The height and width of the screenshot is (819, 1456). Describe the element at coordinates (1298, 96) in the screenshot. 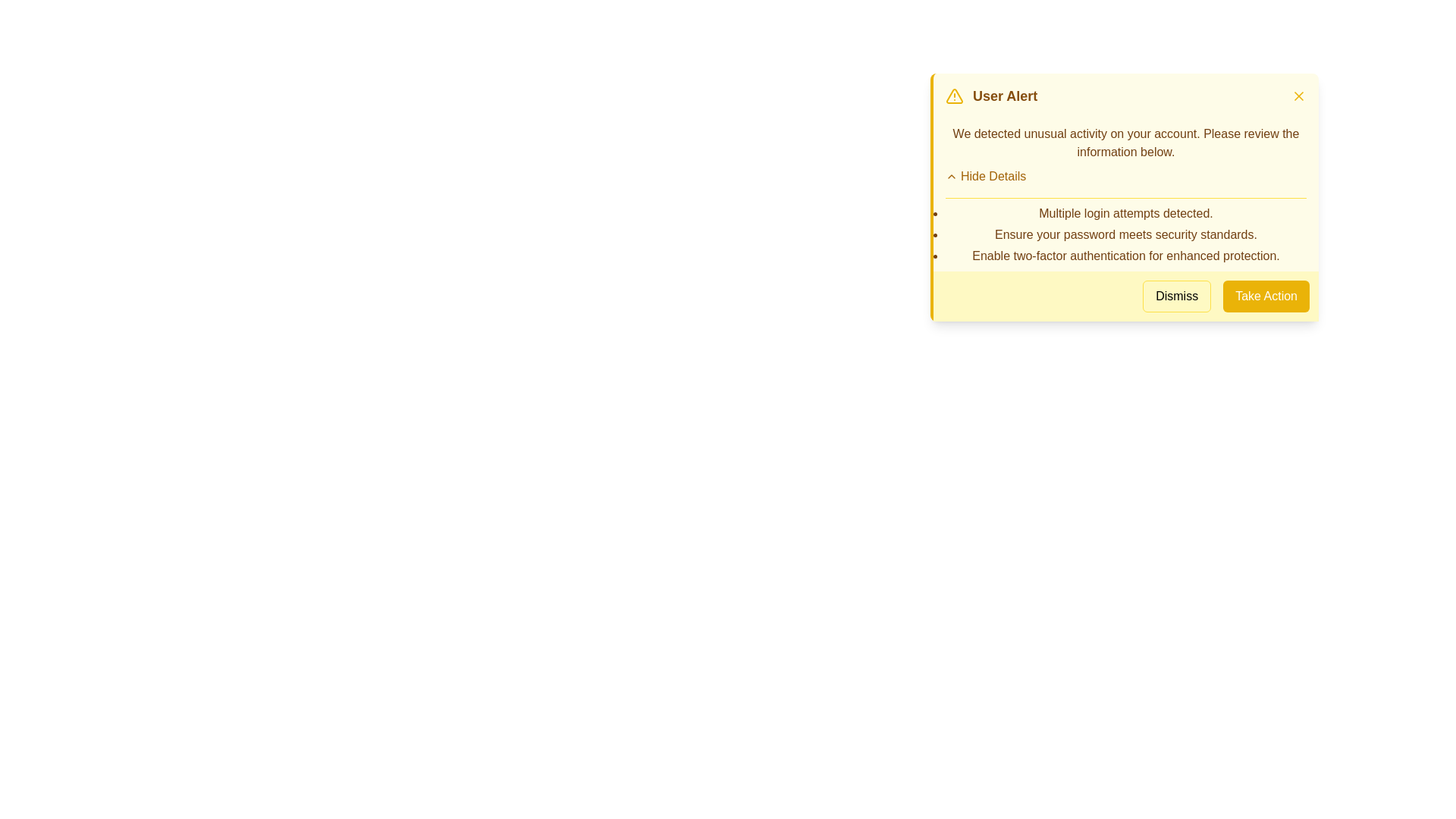

I see `the minimalistic close button represented by an 'X' icon, located in the top-right corner of the 'User Alert' notification card, to change its appearance` at that location.